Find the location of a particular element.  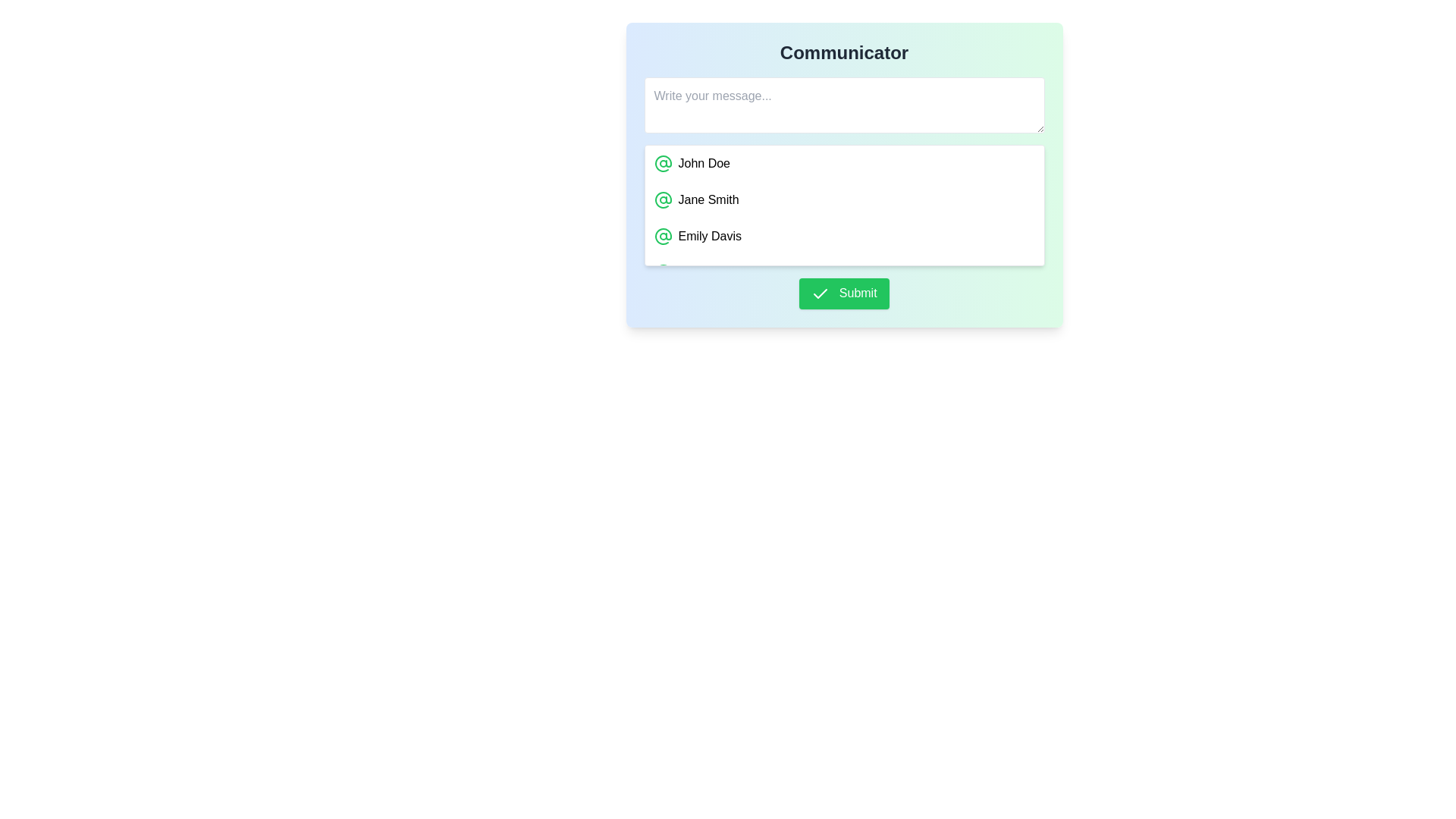

the text label 'Jane Smith' in the selection list under 'Communicator' is located at coordinates (708, 199).